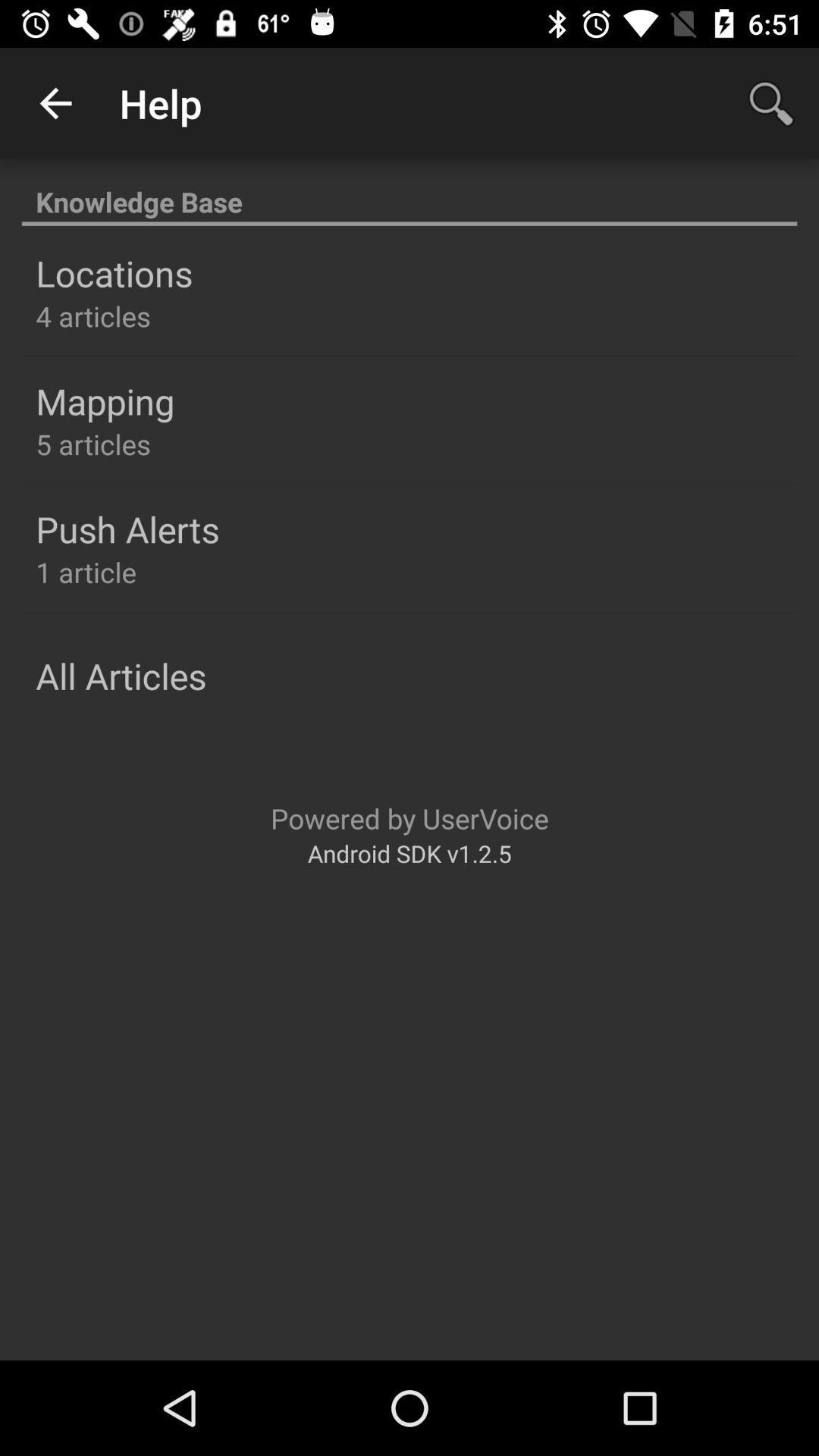 The image size is (819, 1456). I want to click on the item above knowledge base item, so click(55, 102).